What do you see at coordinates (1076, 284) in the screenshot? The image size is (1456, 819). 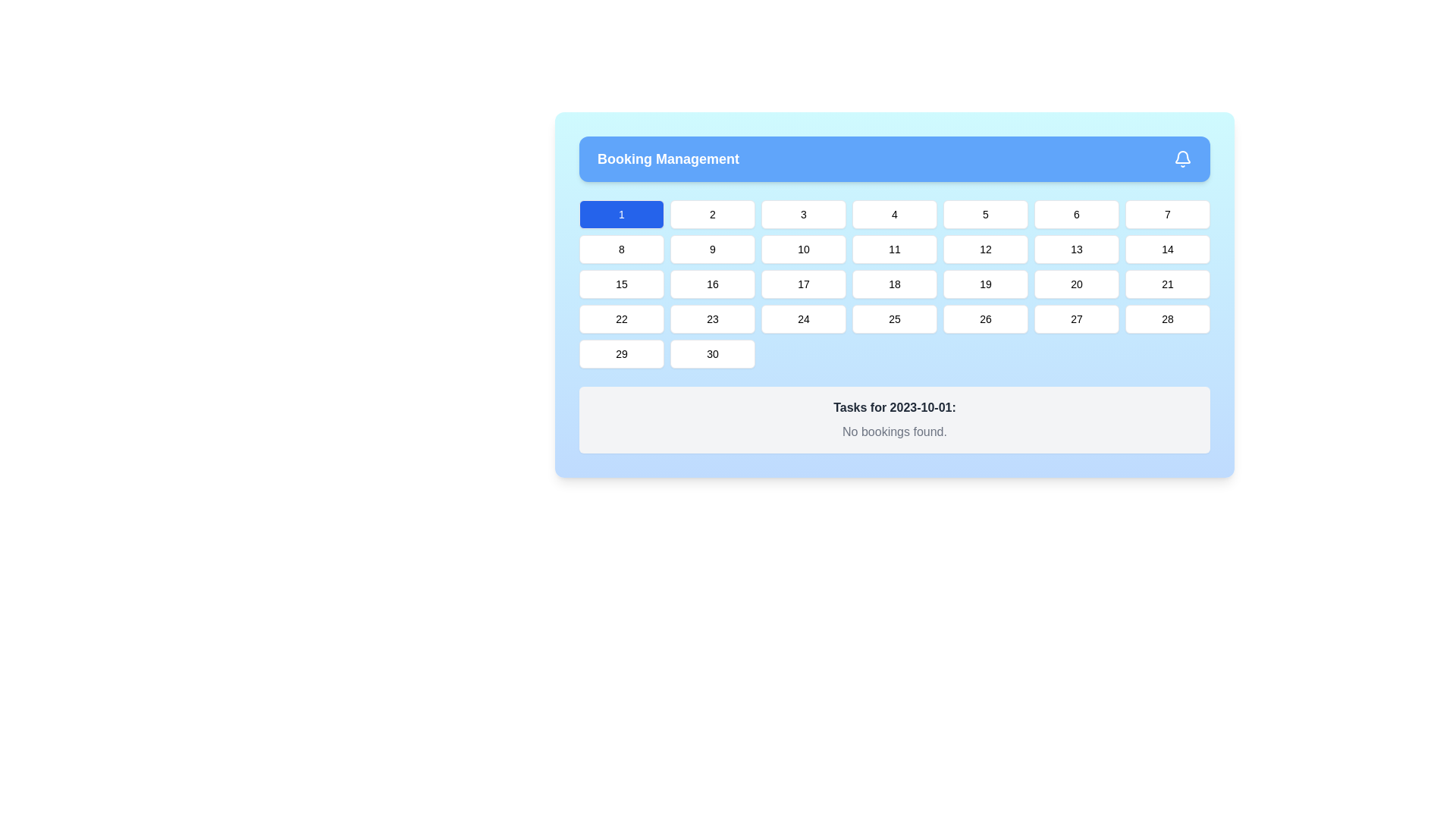 I see `the button displaying the number '20', which has a white background, black text, rounded corners, and is located` at bounding box center [1076, 284].